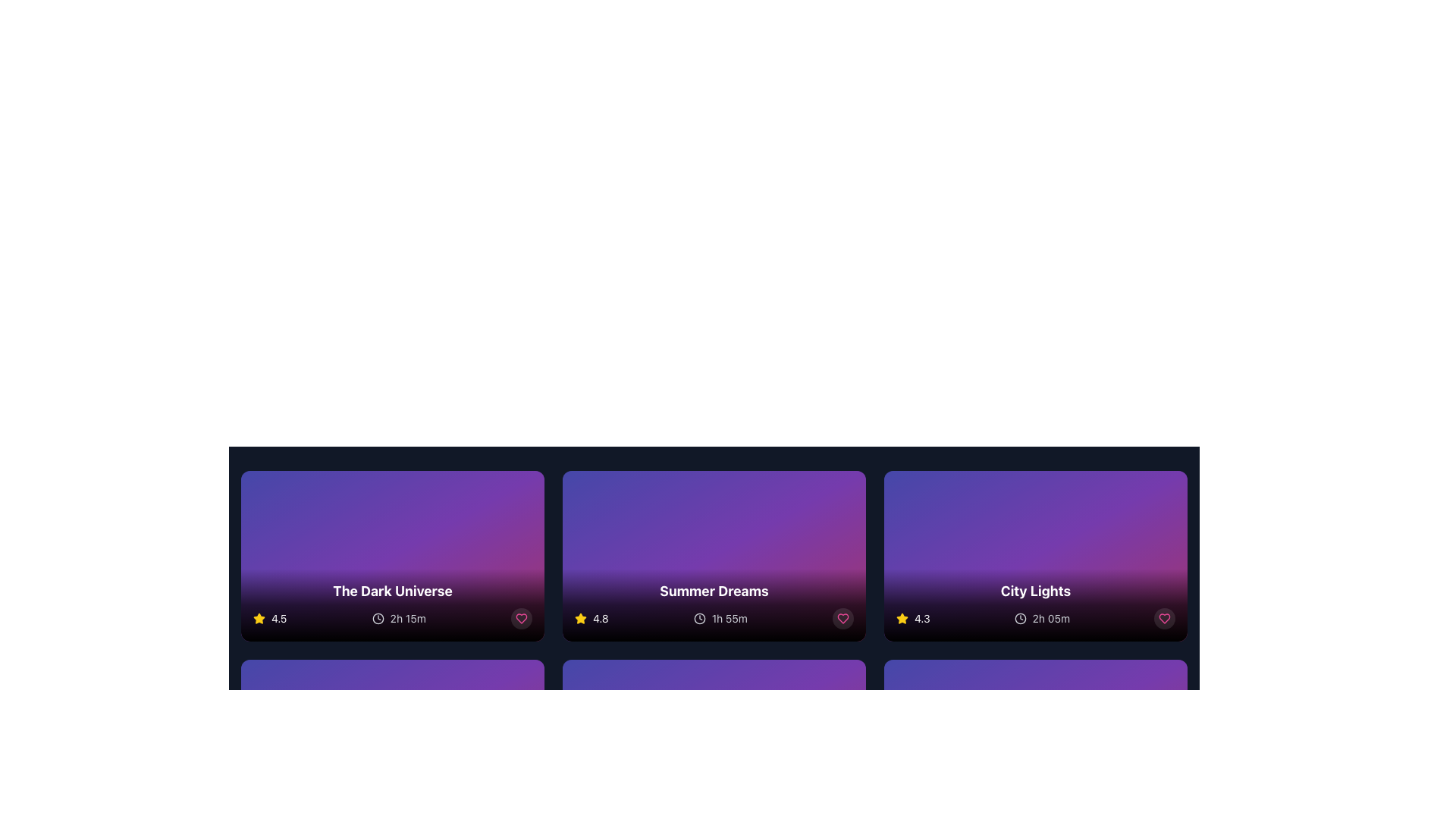 This screenshot has width=1456, height=819. Describe the element at coordinates (1164, 619) in the screenshot. I see `the heart-shaped icon outlined in pink at the bottom right corner of the 'City Lights' card to mark it as a favorite` at that location.